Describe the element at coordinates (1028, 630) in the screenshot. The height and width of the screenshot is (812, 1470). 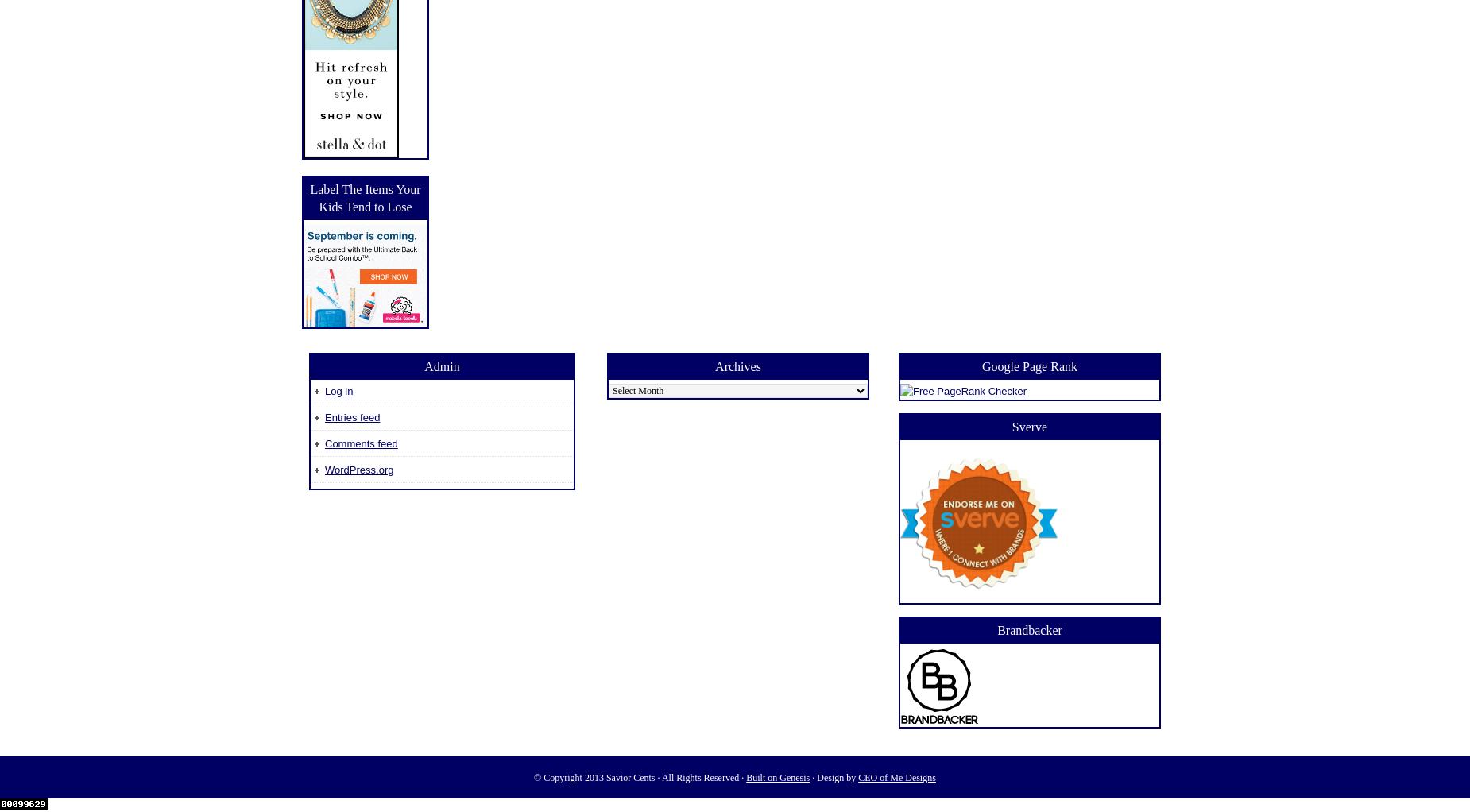
I see `'Brandbacker'` at that location.